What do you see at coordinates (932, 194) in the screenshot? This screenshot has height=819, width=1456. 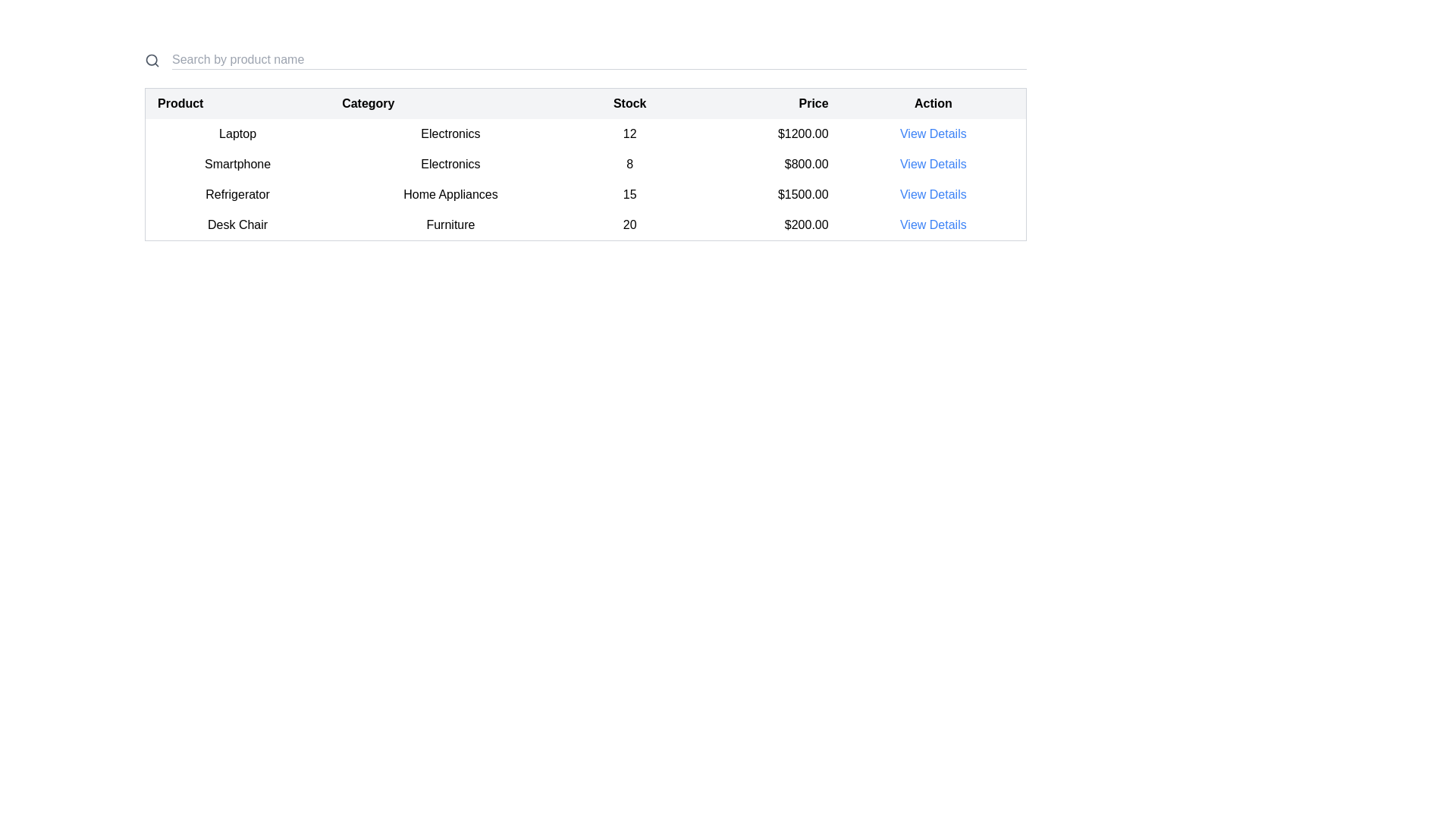 I see `the hyperlink in the 'Action' column of the third row` at bounding box center [932, 194].